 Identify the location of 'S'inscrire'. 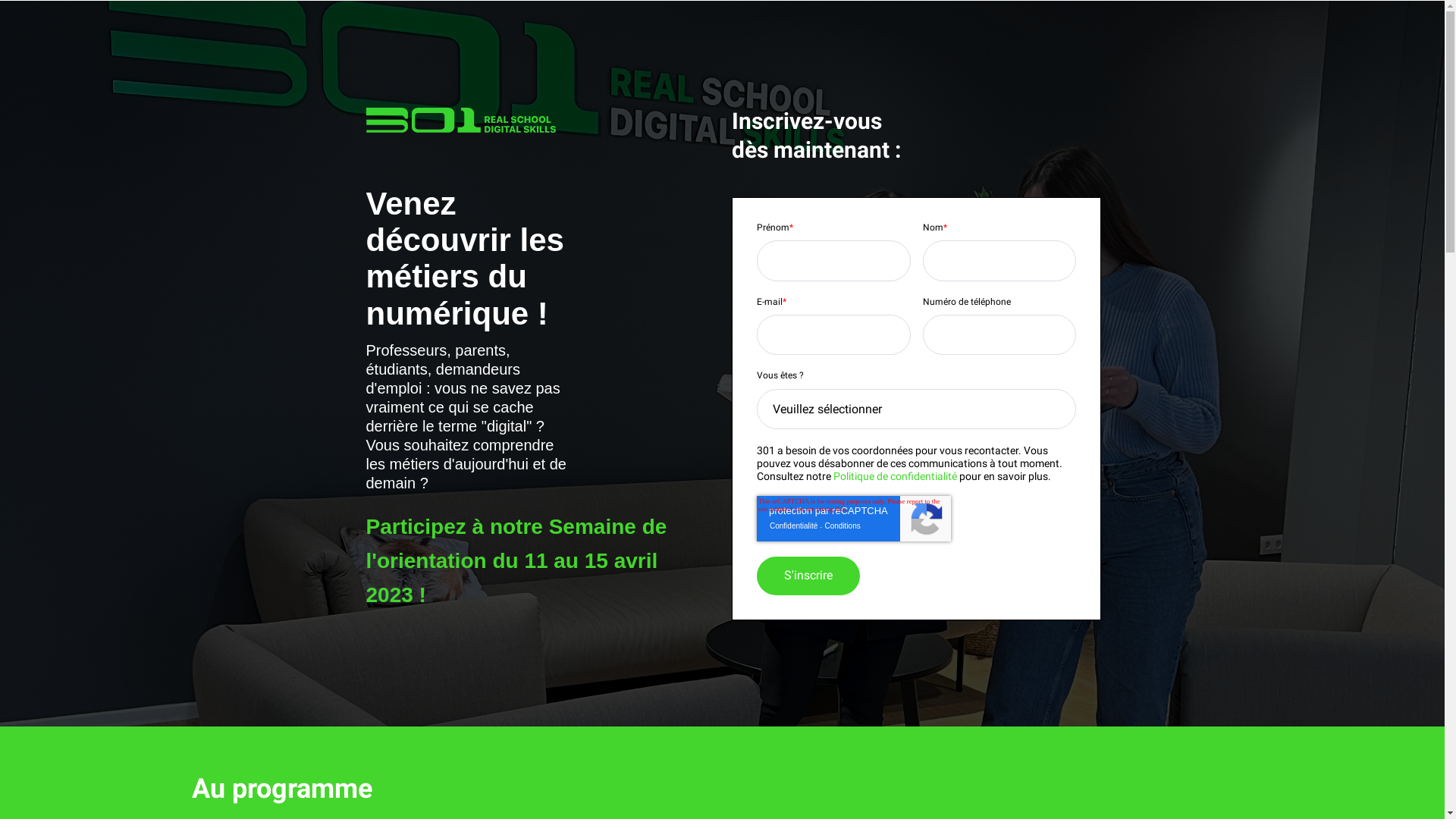
(807, 576).